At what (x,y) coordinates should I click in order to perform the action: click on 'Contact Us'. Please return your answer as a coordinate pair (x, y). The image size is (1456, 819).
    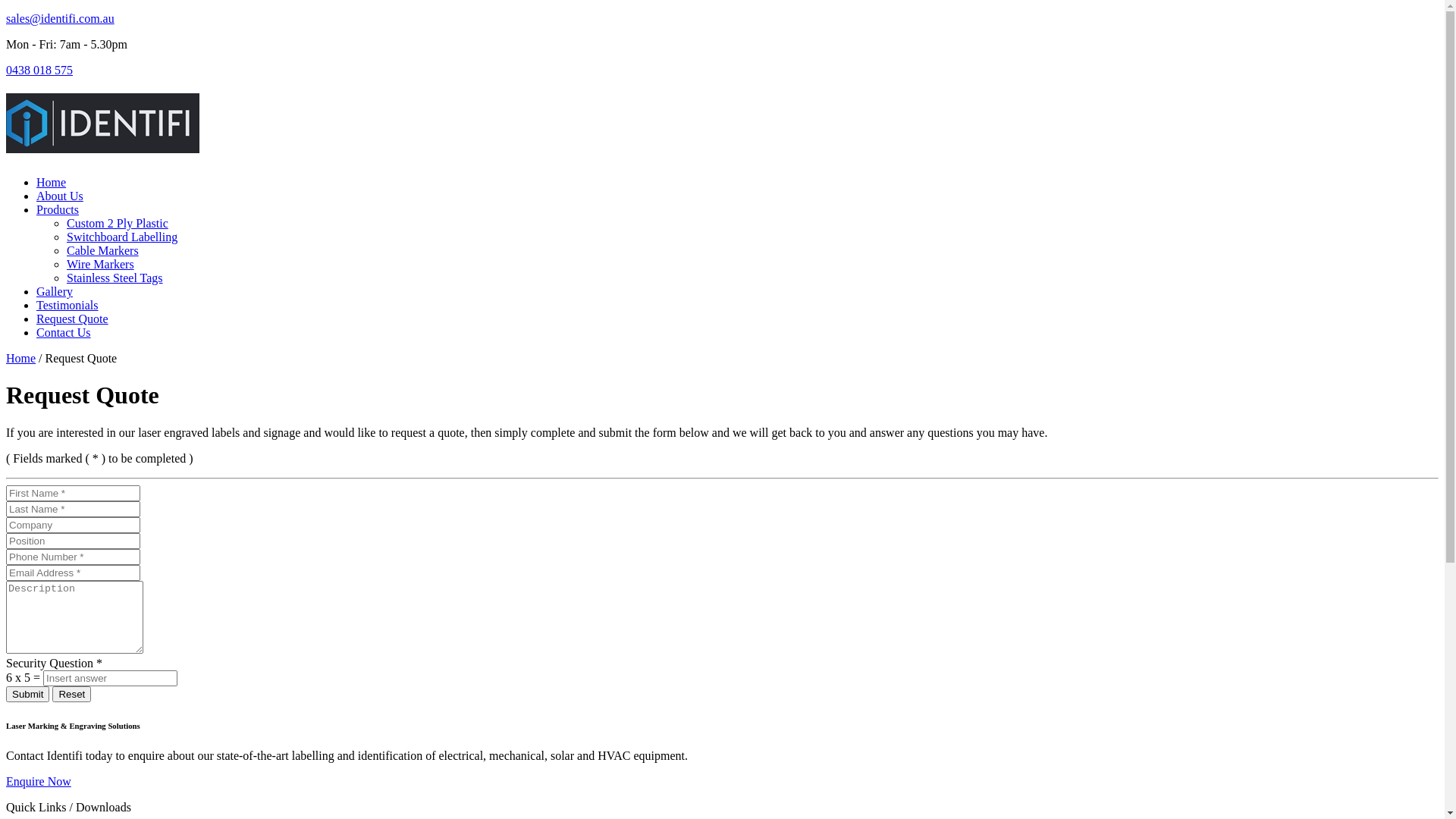
    Looking at the image, I should click on (36, 331).